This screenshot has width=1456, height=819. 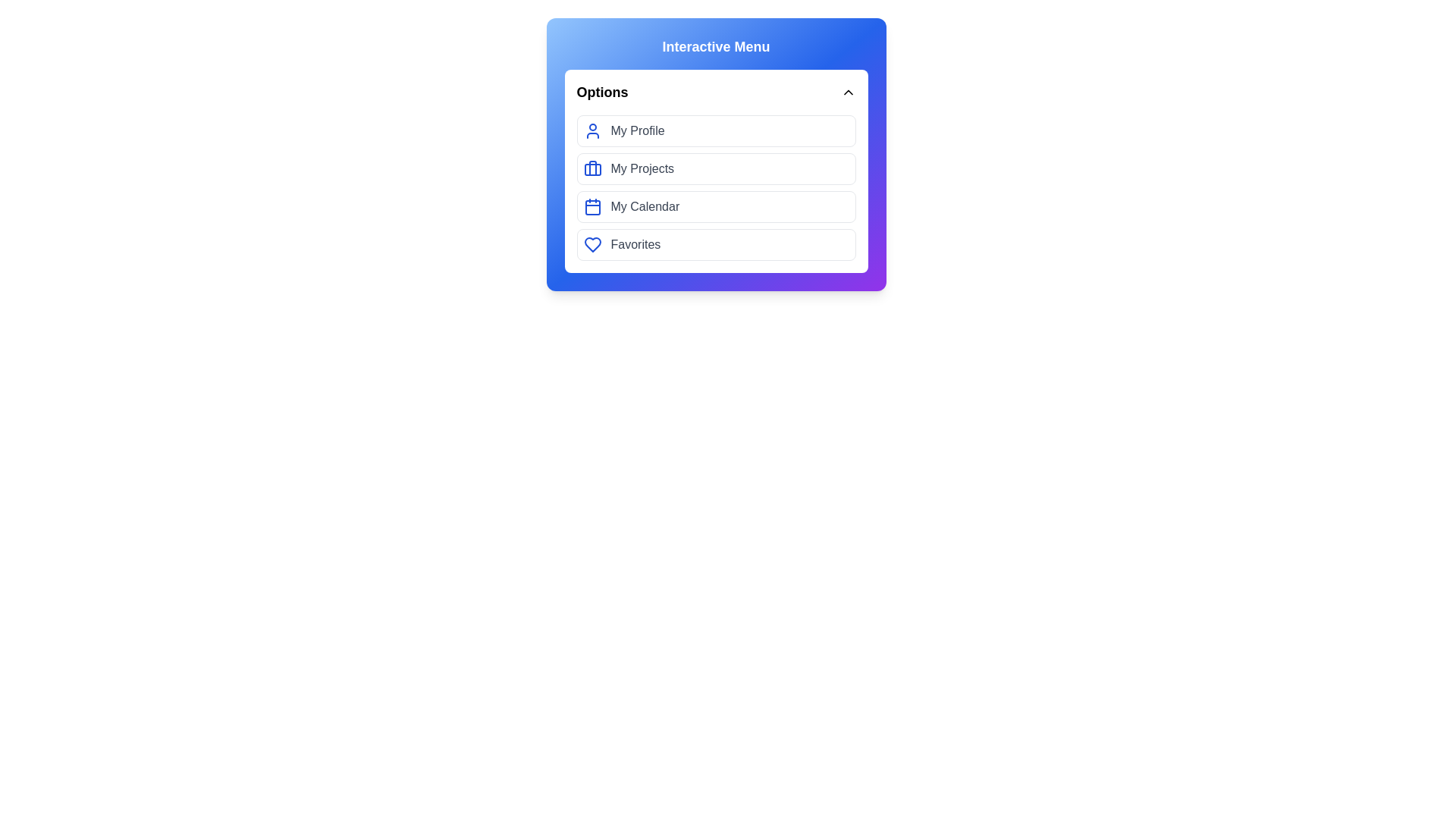 I want to click on the SVG rectangle element with rounded corners that is part of the briefcase icon, located near the 'My Projects' text in the 'Options' menu, so click(x=591, y=169).